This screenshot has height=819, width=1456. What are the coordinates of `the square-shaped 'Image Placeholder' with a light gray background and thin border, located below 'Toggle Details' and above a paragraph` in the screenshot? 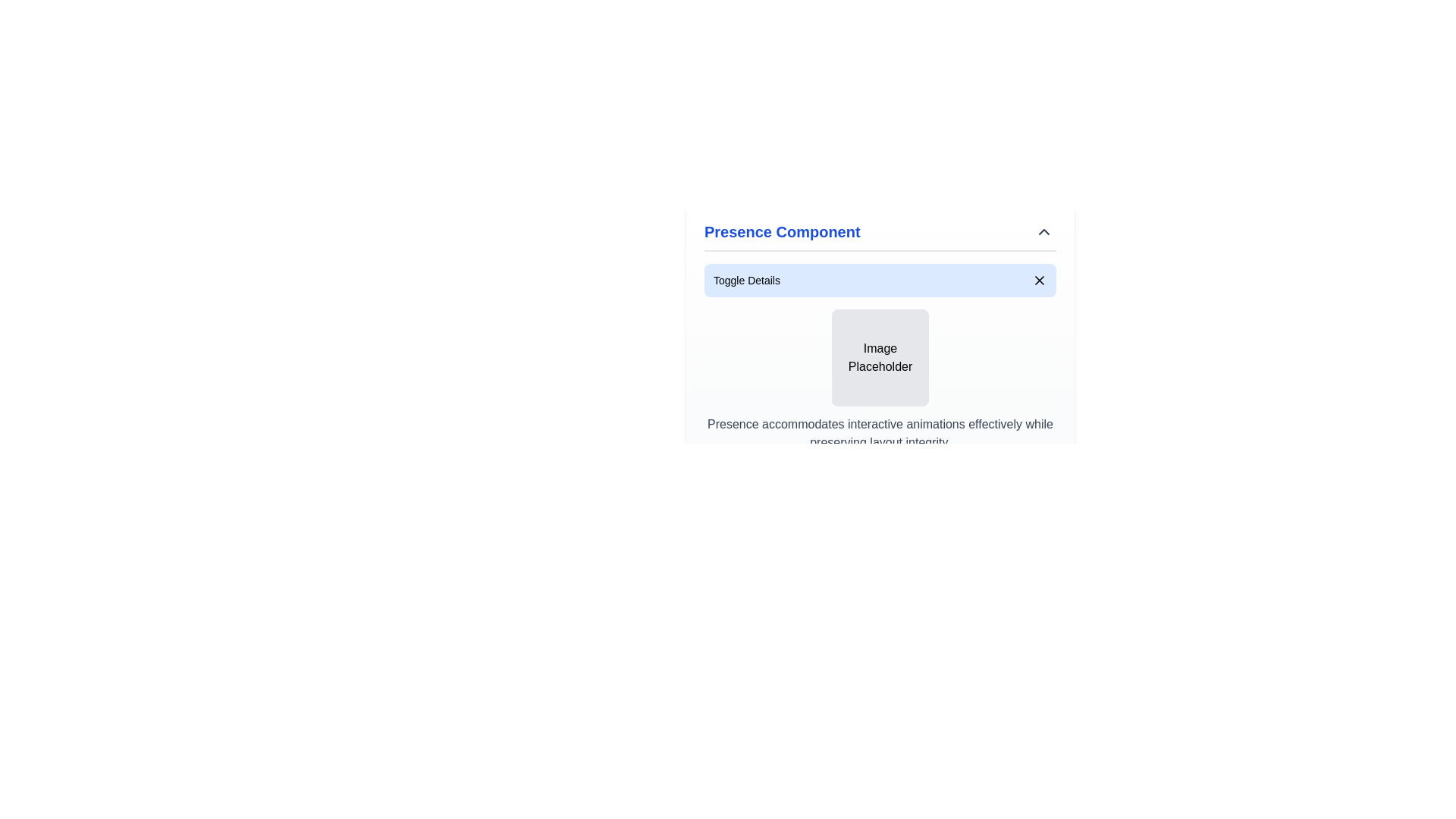 It's located at (880, 357).